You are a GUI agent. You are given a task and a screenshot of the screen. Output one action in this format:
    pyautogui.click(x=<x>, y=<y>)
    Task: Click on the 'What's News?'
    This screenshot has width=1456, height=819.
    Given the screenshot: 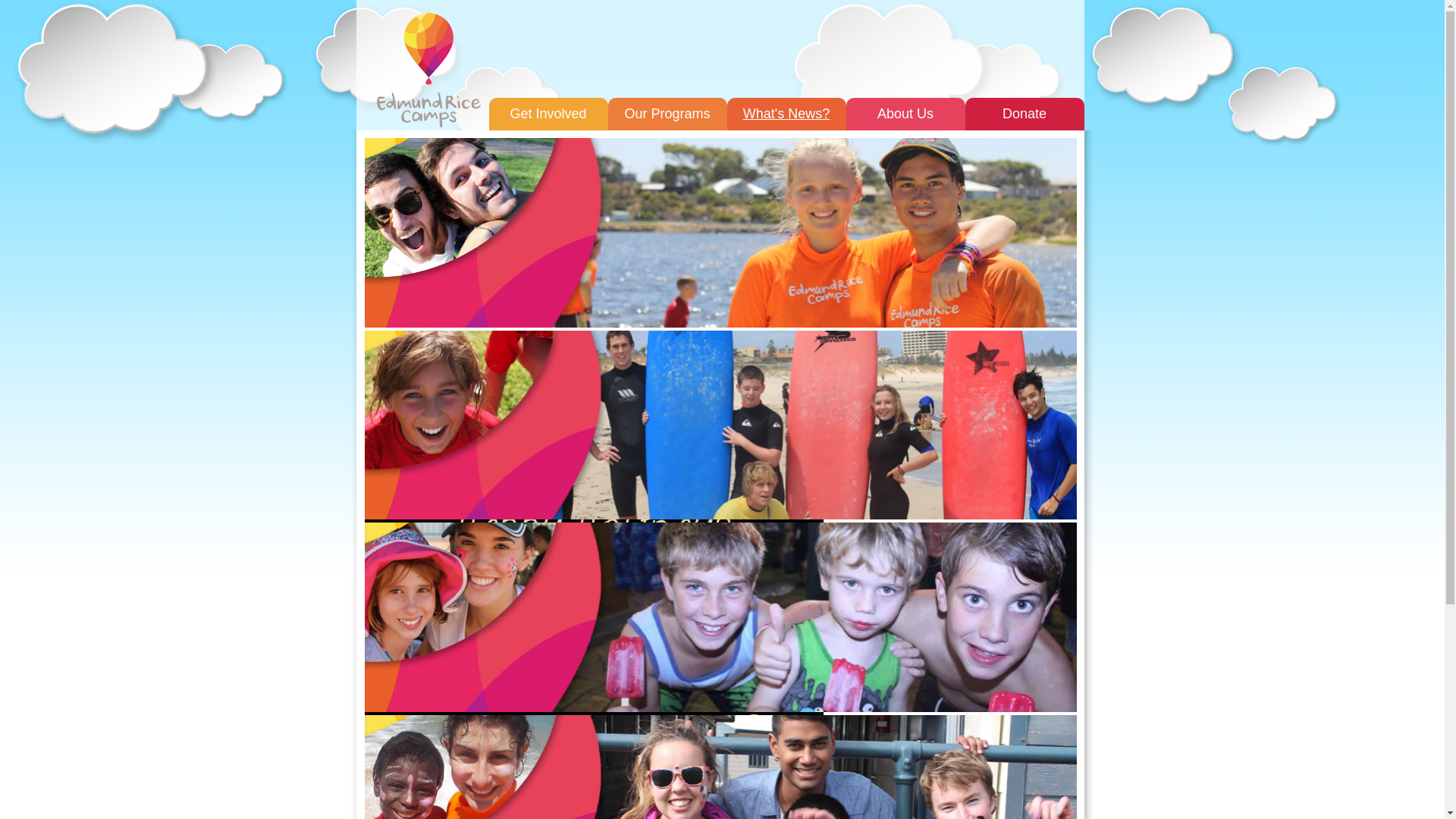 What is the action you would take?
    pyautogui.click(x=786, y=113)
    